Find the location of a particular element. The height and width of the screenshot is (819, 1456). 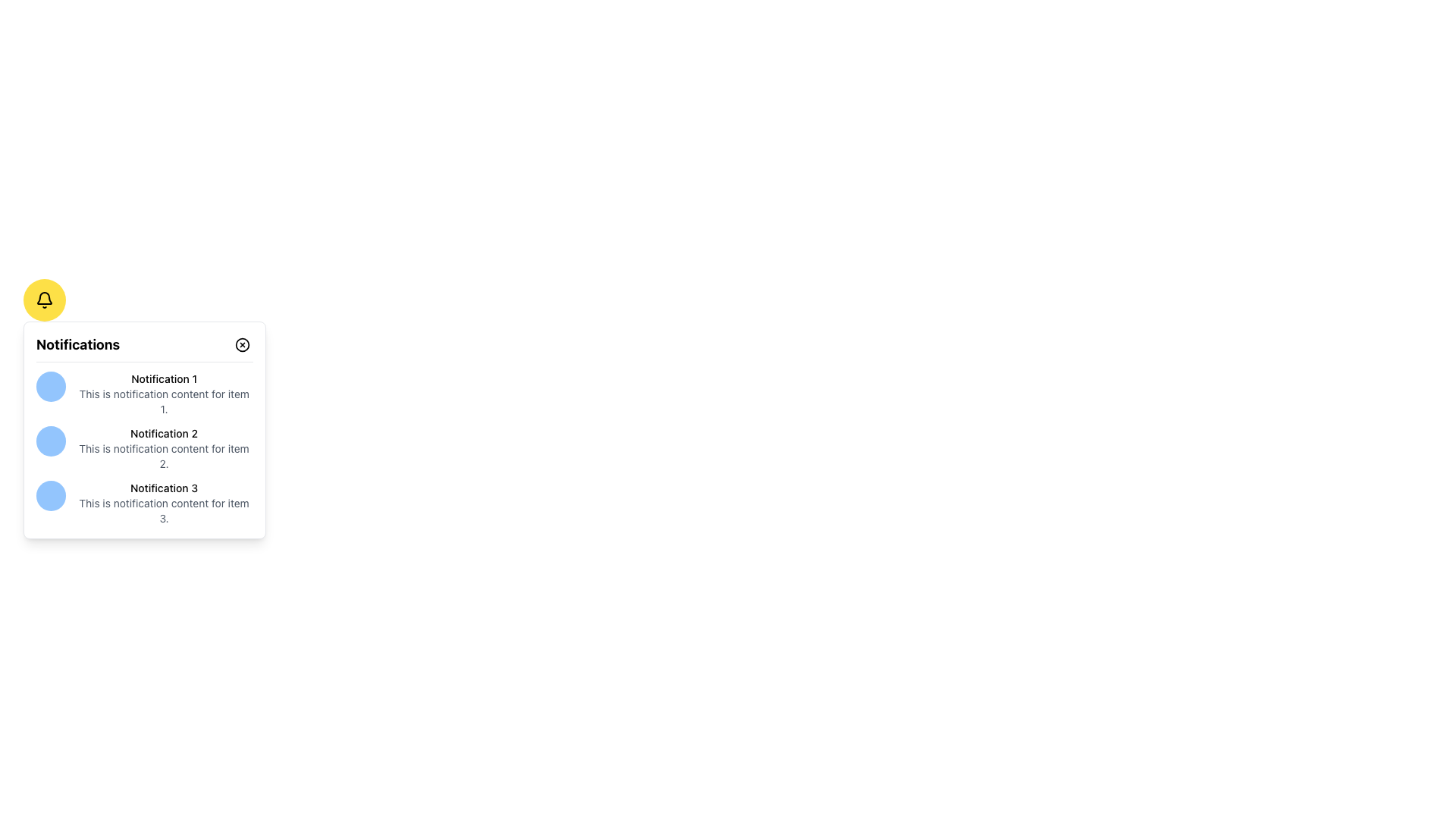

the descriptive text block that provides additional details related to 'Notification 1', located beneath the title within the first notification item of the notification panel is located at coordinates (164, 400).